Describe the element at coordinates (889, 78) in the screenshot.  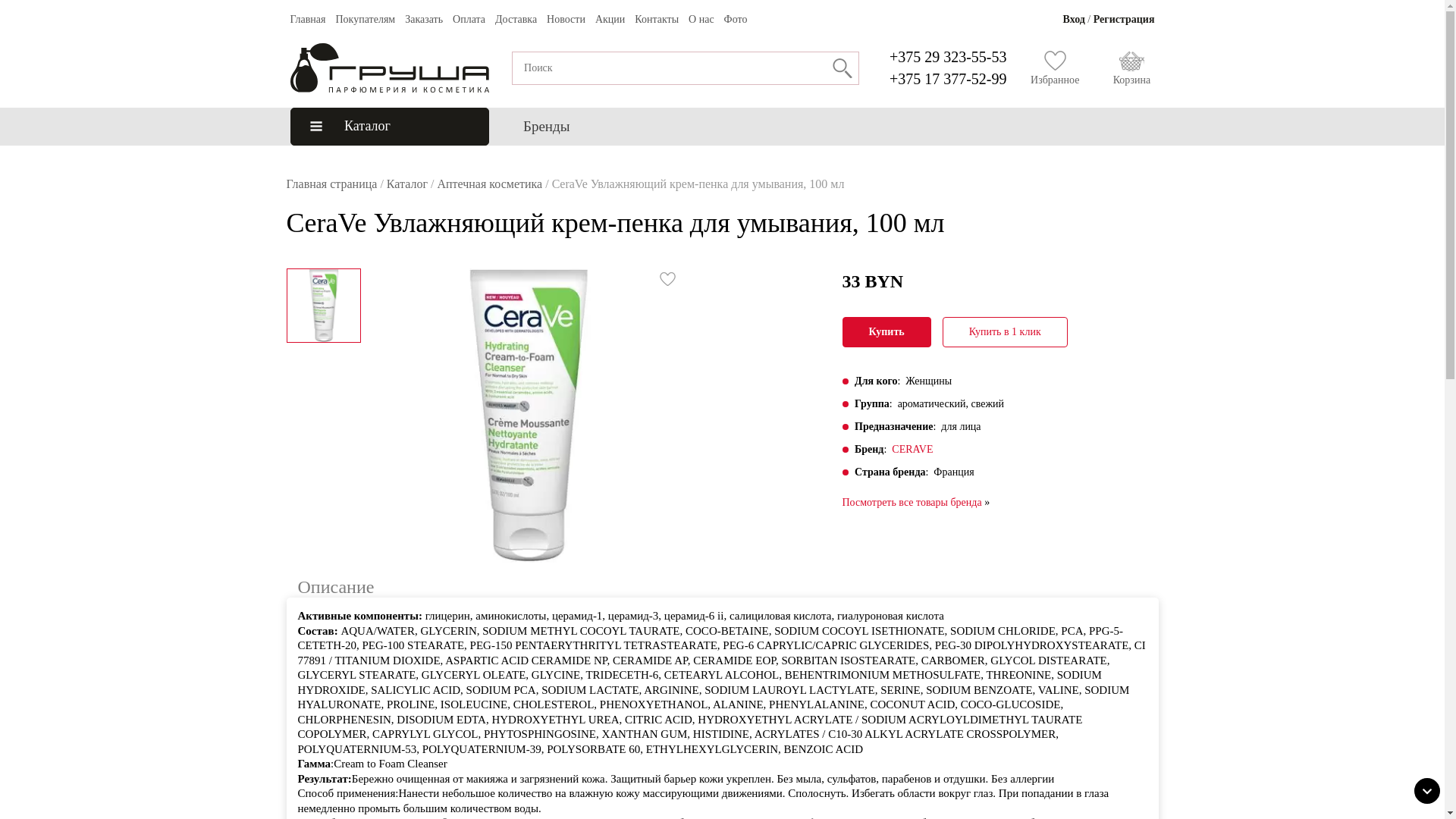
I see `'+375 17 377-52-99'` at that location.